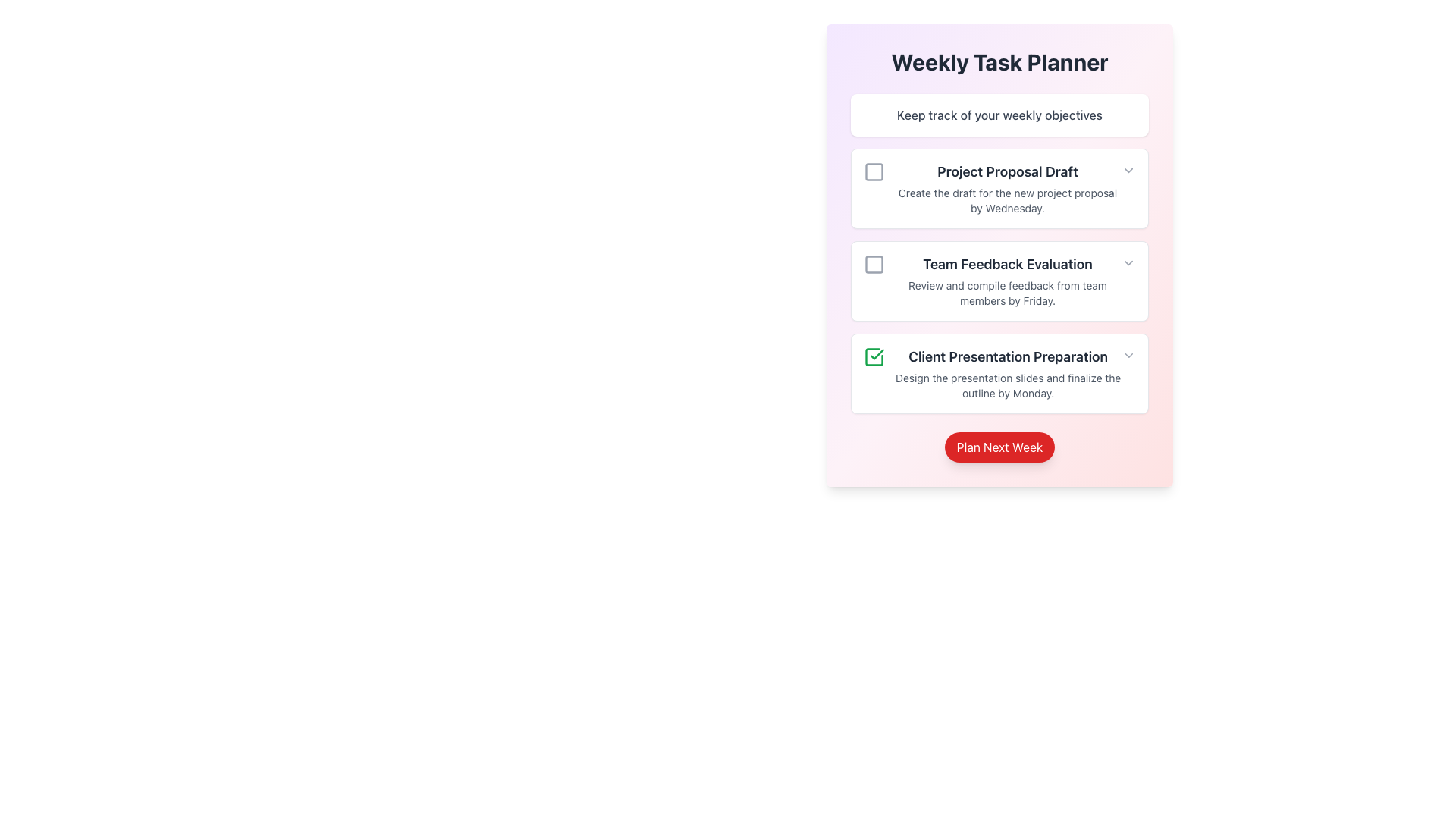 This screenshot has width=1456, height=819. I want to click on task description displayed in the 'Team Feedback Evaluation' text element, which includes the headline and subtext about compiling feedback from team members, so click(1008, 281).